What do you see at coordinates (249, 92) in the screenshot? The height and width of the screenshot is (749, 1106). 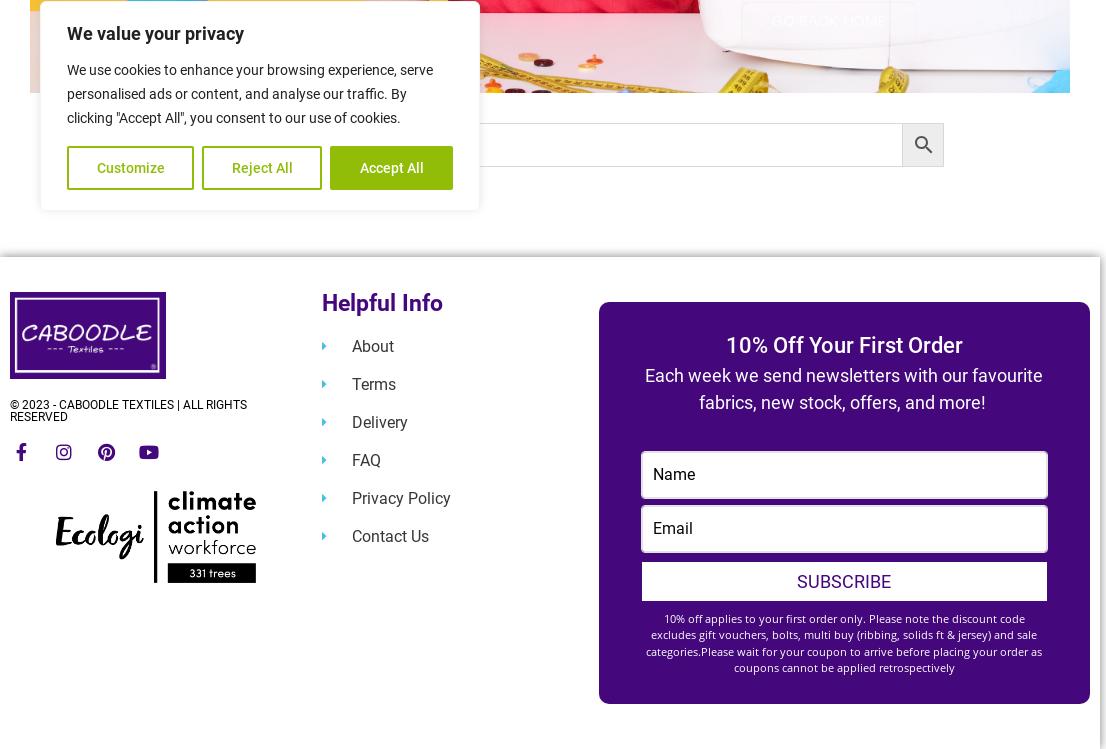 I see `'We use cookies to enhance your browsing experience, serve personalised ads or content, and analyse our traffic. By clicking "Accept All", you consent to our use of cookies.'` at bounding box center [249, 92].